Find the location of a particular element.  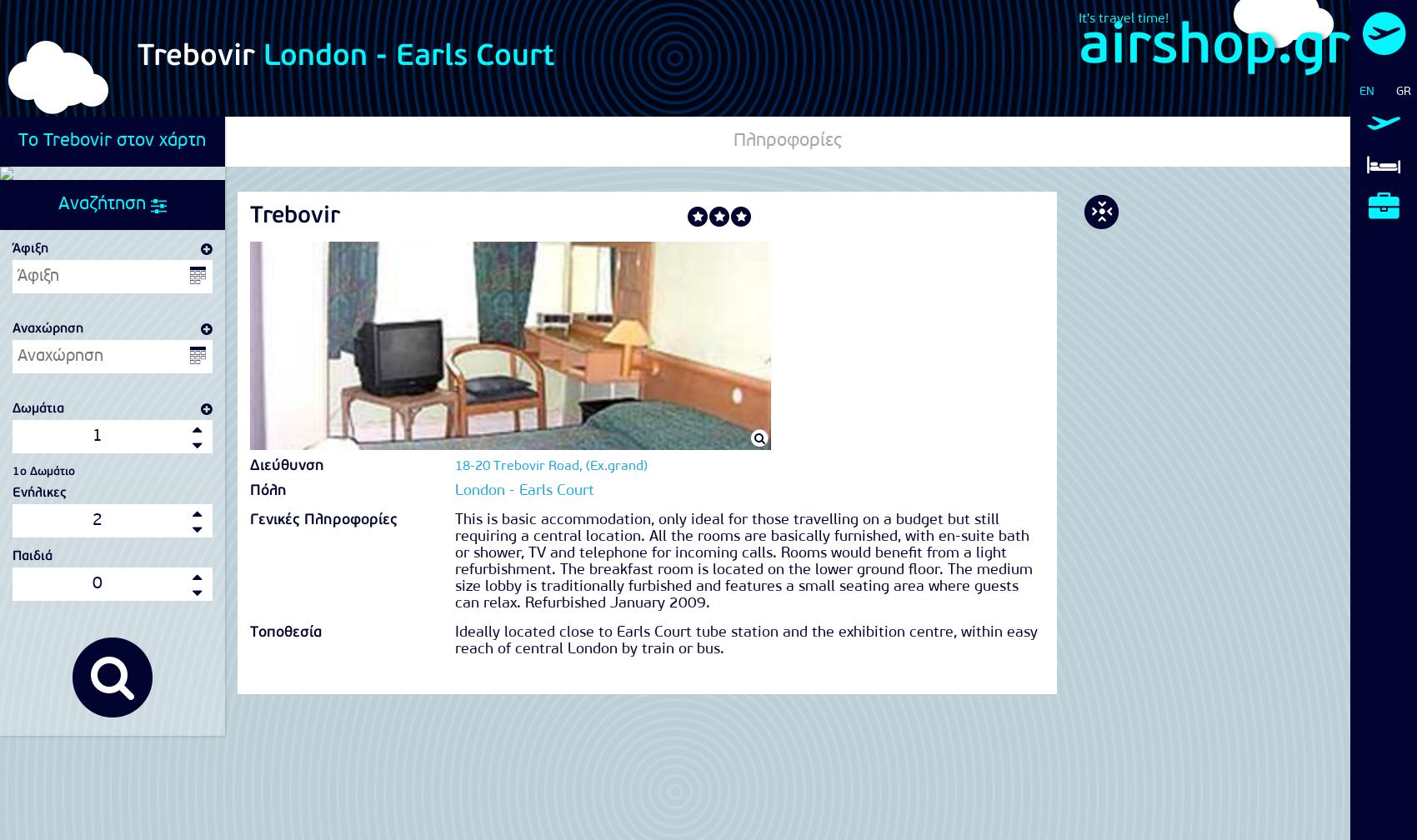

'Ideally located close to Earls Court tube station and the exhibition centre, within easy reach of central London by train or bus.' is located at coordinates (745, 641).